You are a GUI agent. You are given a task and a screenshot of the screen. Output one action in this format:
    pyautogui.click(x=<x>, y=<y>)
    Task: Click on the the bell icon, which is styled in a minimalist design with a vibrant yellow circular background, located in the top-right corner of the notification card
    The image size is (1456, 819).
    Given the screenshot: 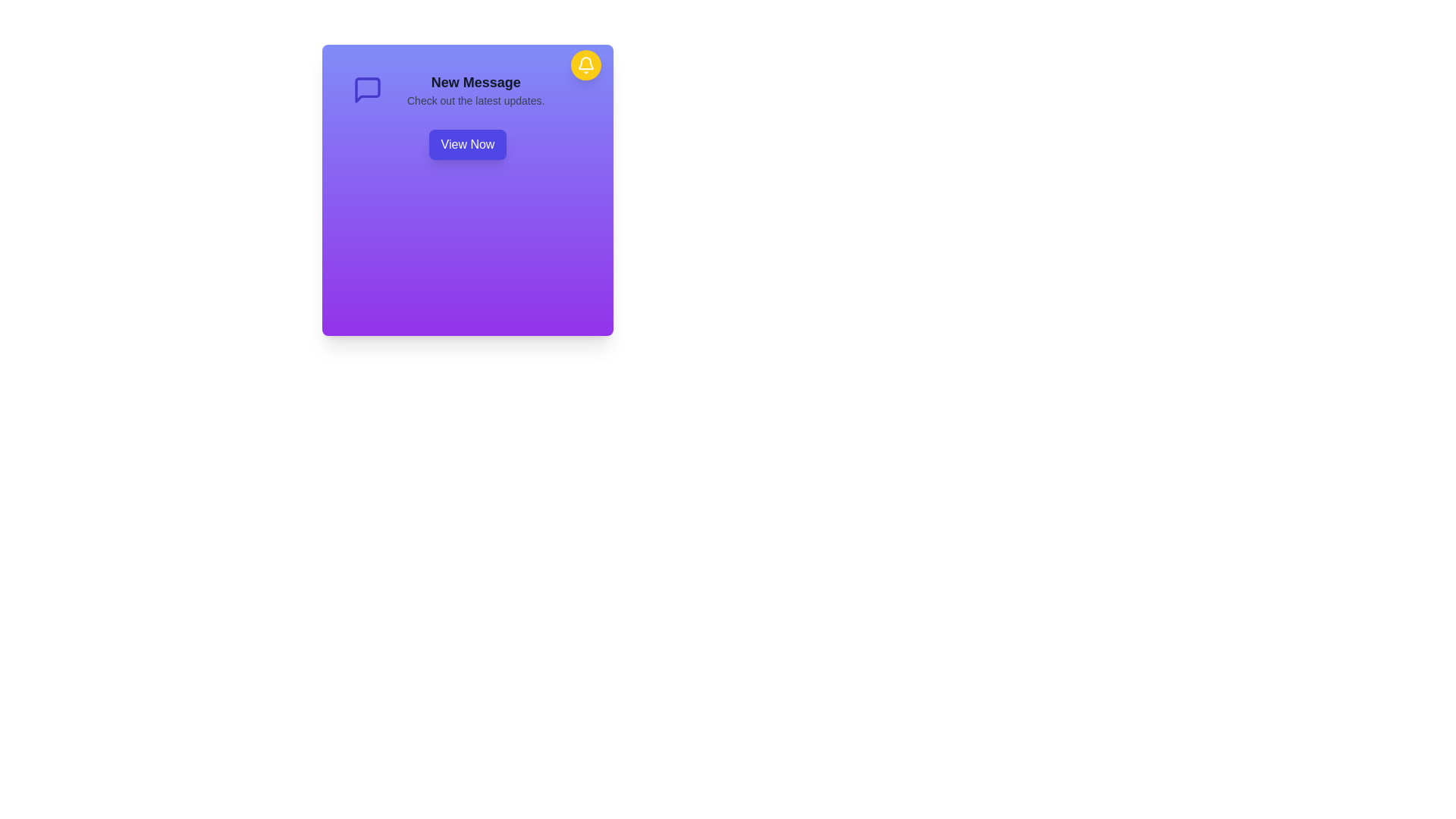 What is the action you would take?
    pyautogui.click(x=585, y=69)
    